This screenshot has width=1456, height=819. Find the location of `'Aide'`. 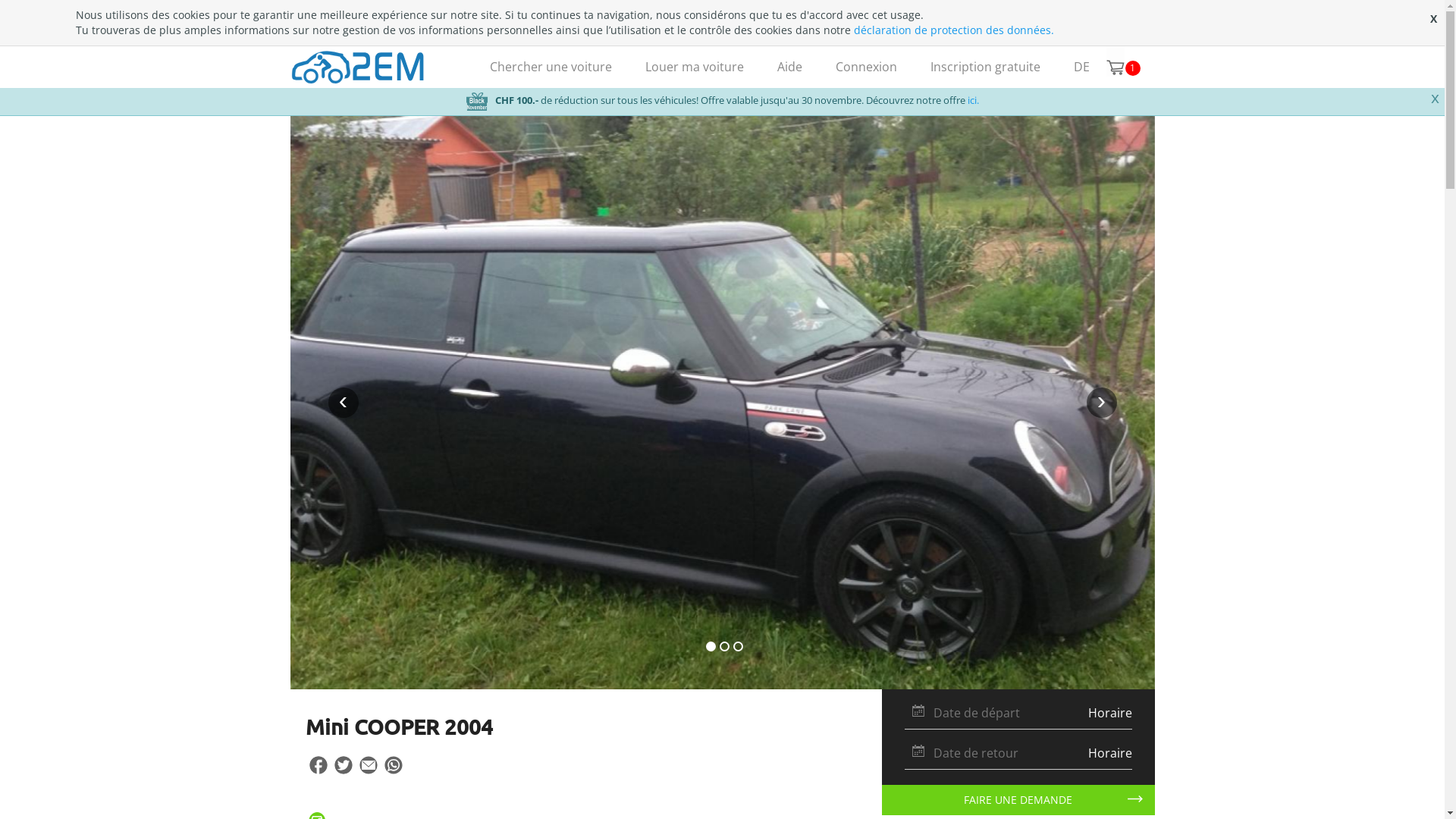

'Aide' is located at coordinates (760, 66).